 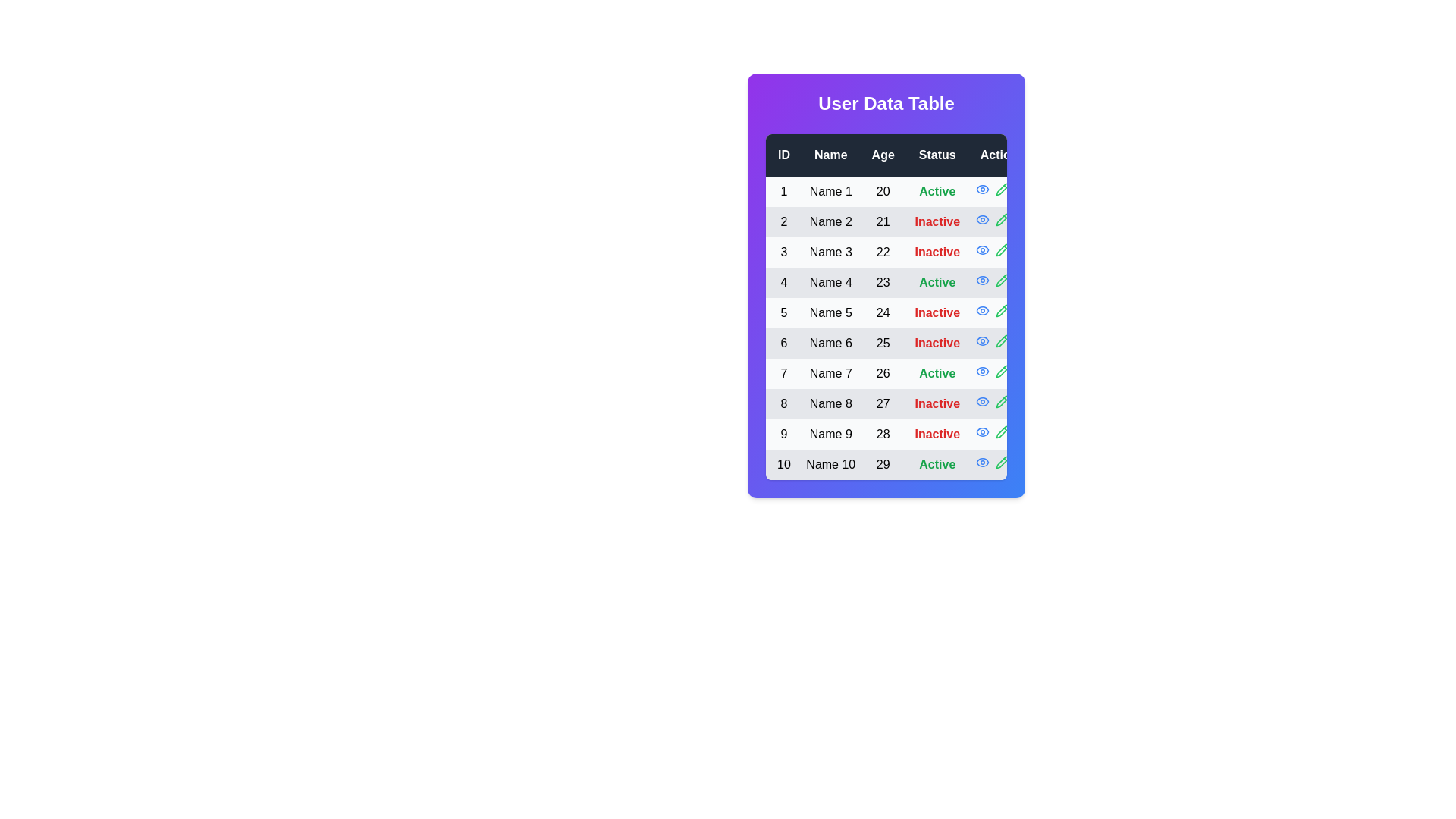 What do you see at coordinates (1022, 189) in the screenshot?
I see `the trash icon in the Actions column for a specific row to observe its hover effect` at bounding box center [1022, 189].